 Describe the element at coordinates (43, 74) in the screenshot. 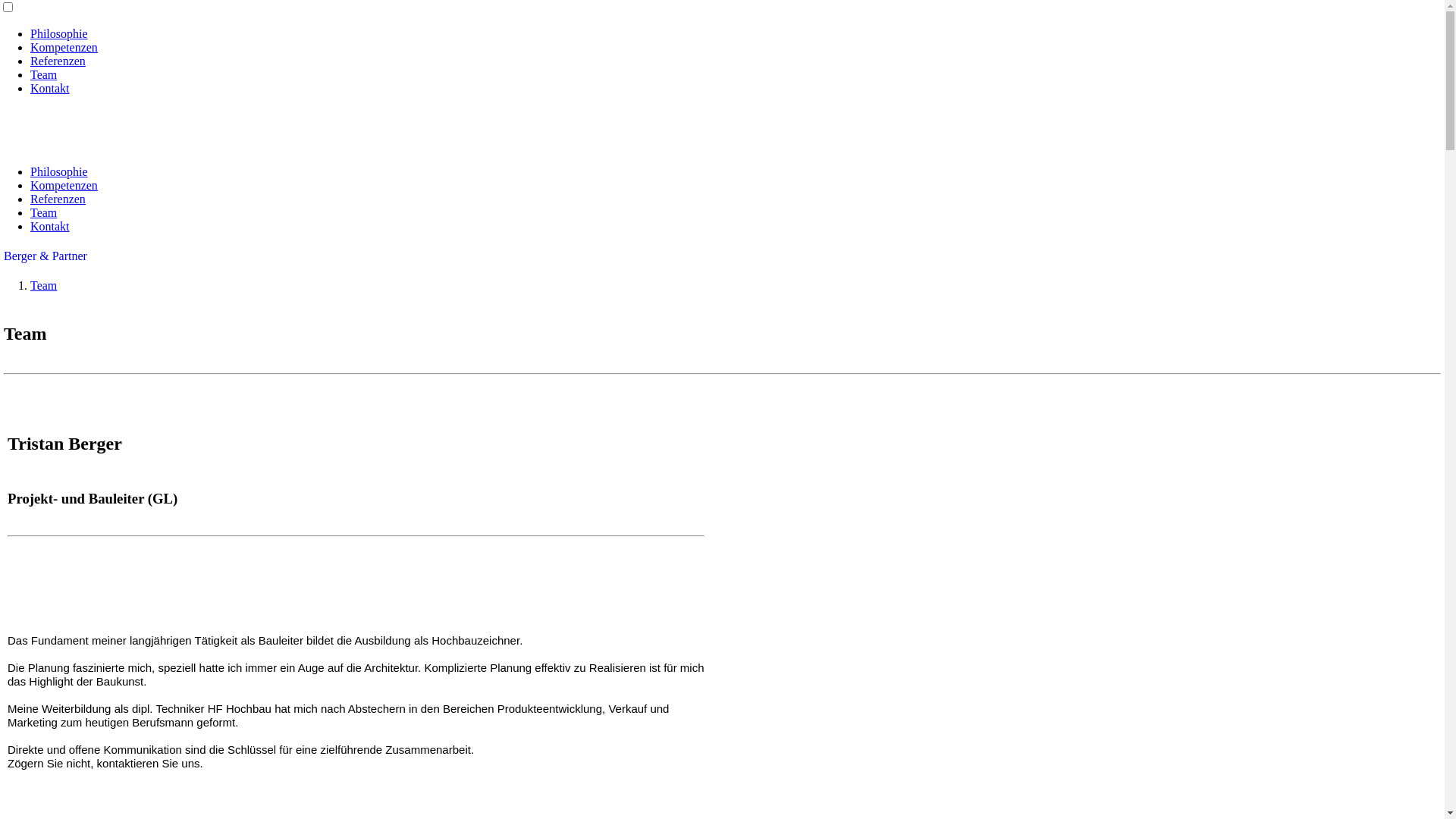

I see `'Team'` at that location.